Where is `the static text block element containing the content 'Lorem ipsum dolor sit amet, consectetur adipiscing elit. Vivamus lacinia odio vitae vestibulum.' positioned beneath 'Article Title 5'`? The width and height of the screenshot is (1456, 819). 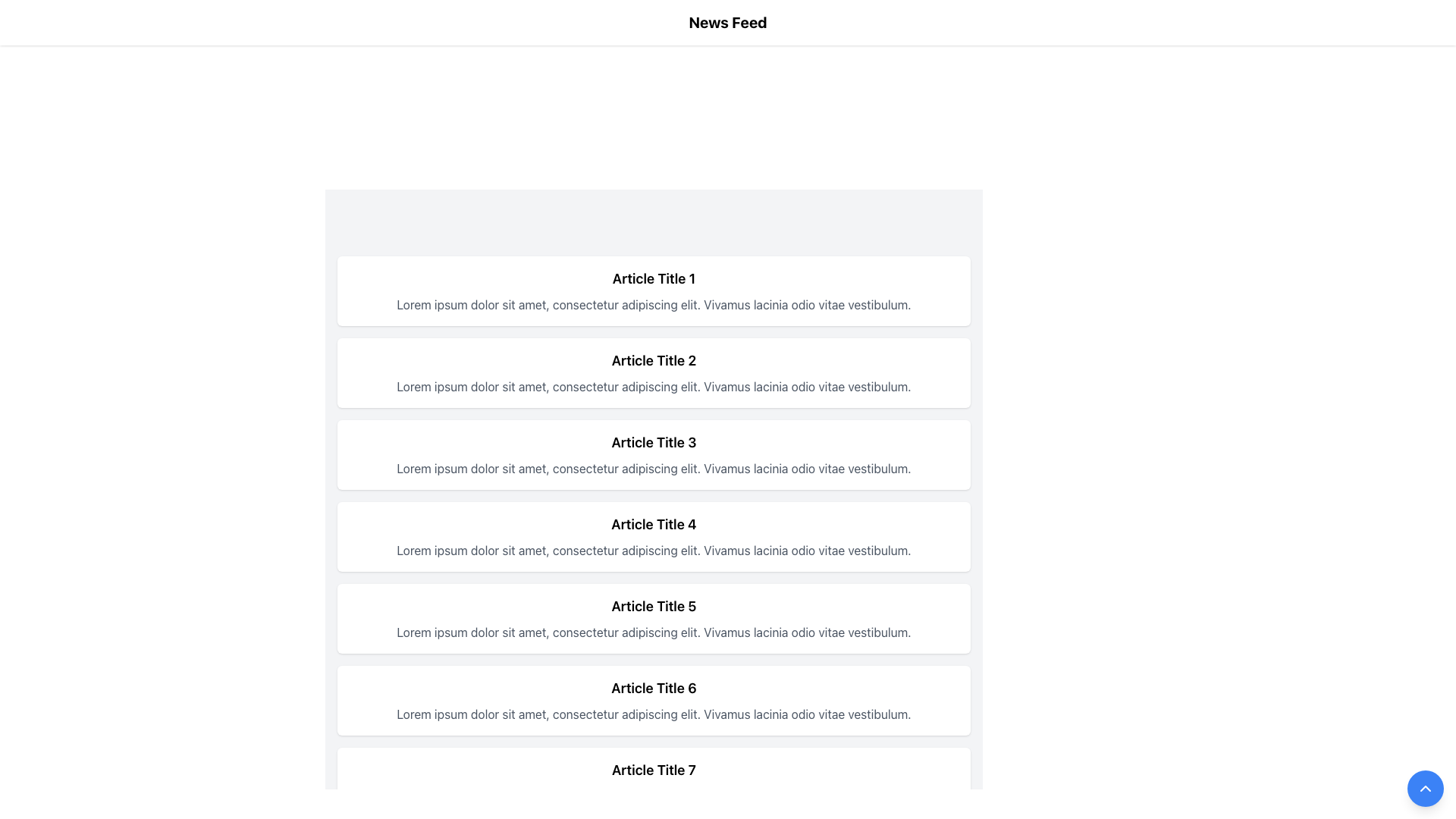
the static text block element containing the content 'Lorem ipsum dolor sit amet, consectetur adipiscing elit. Vivamus lacinia odio vitae vestibulum.' positioned beneath 'Article Title 5' is located at coordinates (654, 632).